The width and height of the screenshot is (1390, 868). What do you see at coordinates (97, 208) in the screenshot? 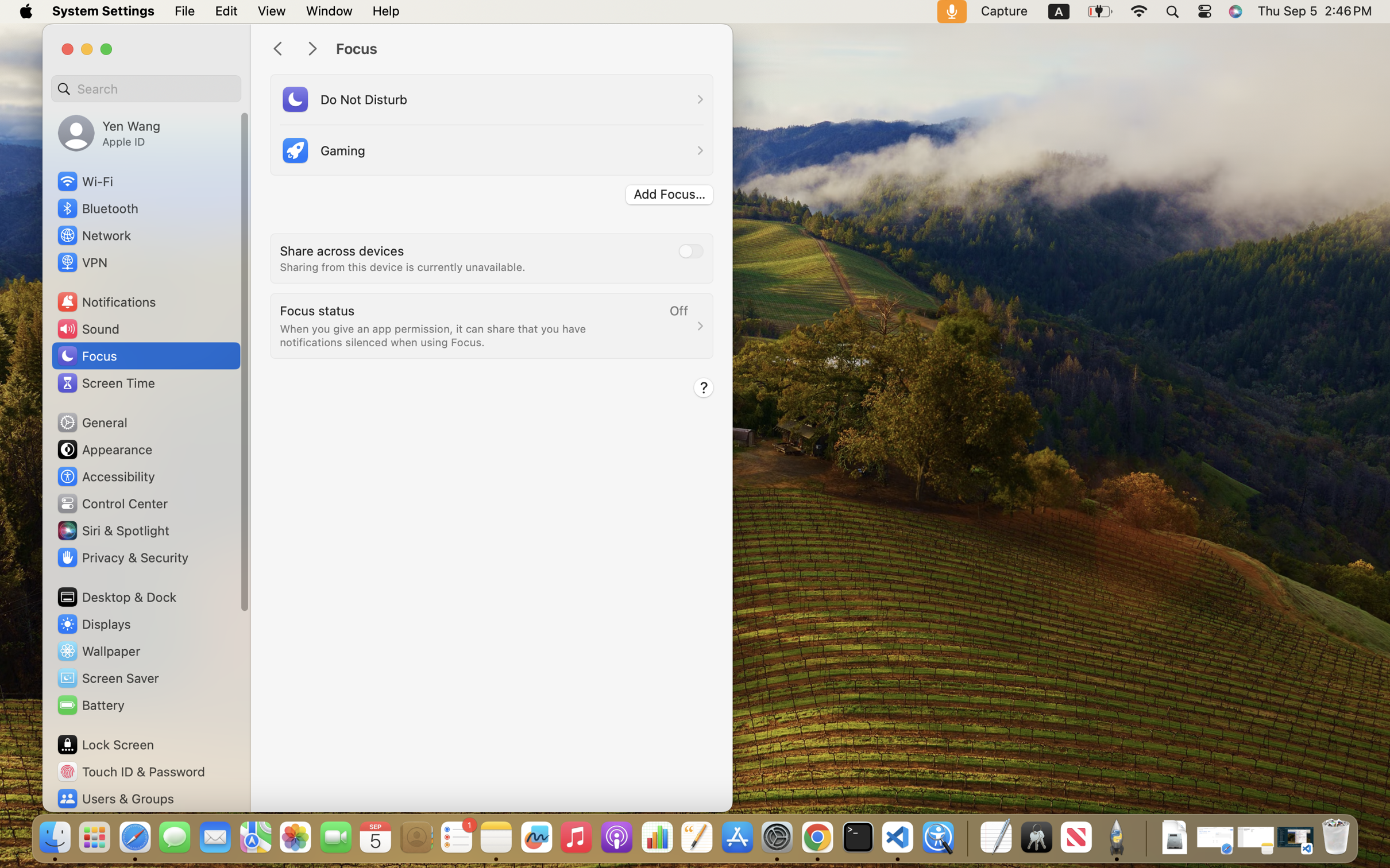
I see `'Bluetooth'` at bounding box center [97, 208].